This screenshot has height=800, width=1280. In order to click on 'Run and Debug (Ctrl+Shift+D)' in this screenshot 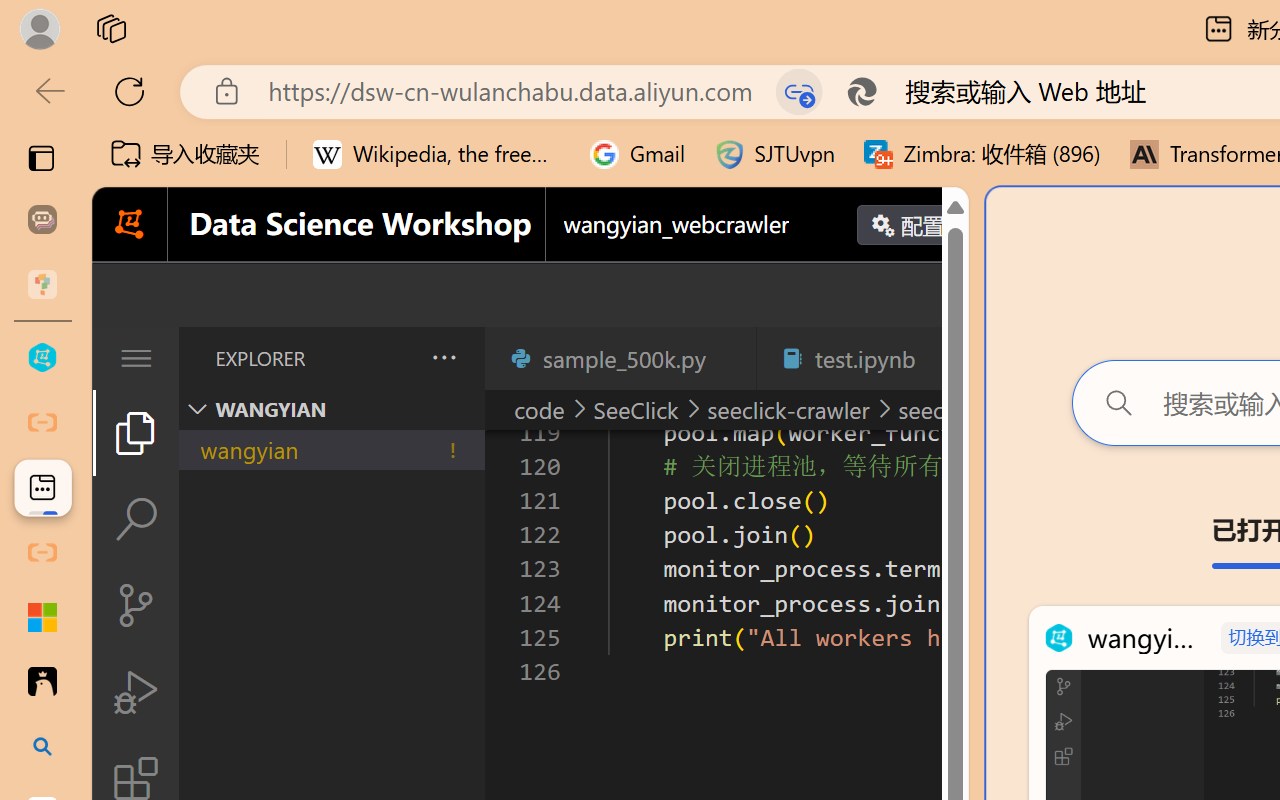, I will do `click(134, 692)`.